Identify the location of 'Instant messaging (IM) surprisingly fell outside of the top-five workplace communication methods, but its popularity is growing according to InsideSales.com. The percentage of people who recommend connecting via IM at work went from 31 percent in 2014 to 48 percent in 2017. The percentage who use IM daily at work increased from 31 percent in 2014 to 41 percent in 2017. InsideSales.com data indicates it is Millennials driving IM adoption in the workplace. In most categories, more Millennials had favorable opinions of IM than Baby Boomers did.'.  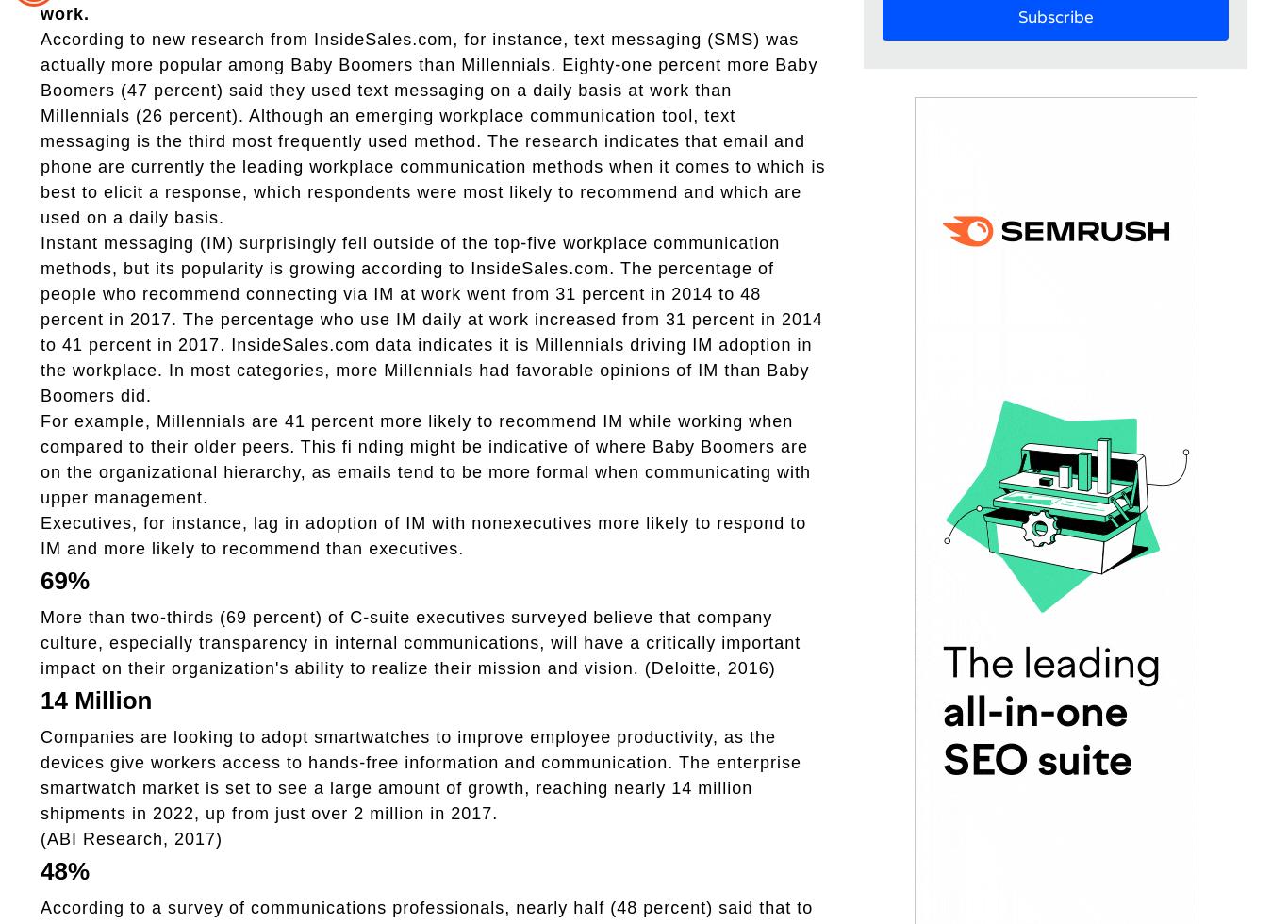
(432, 319).